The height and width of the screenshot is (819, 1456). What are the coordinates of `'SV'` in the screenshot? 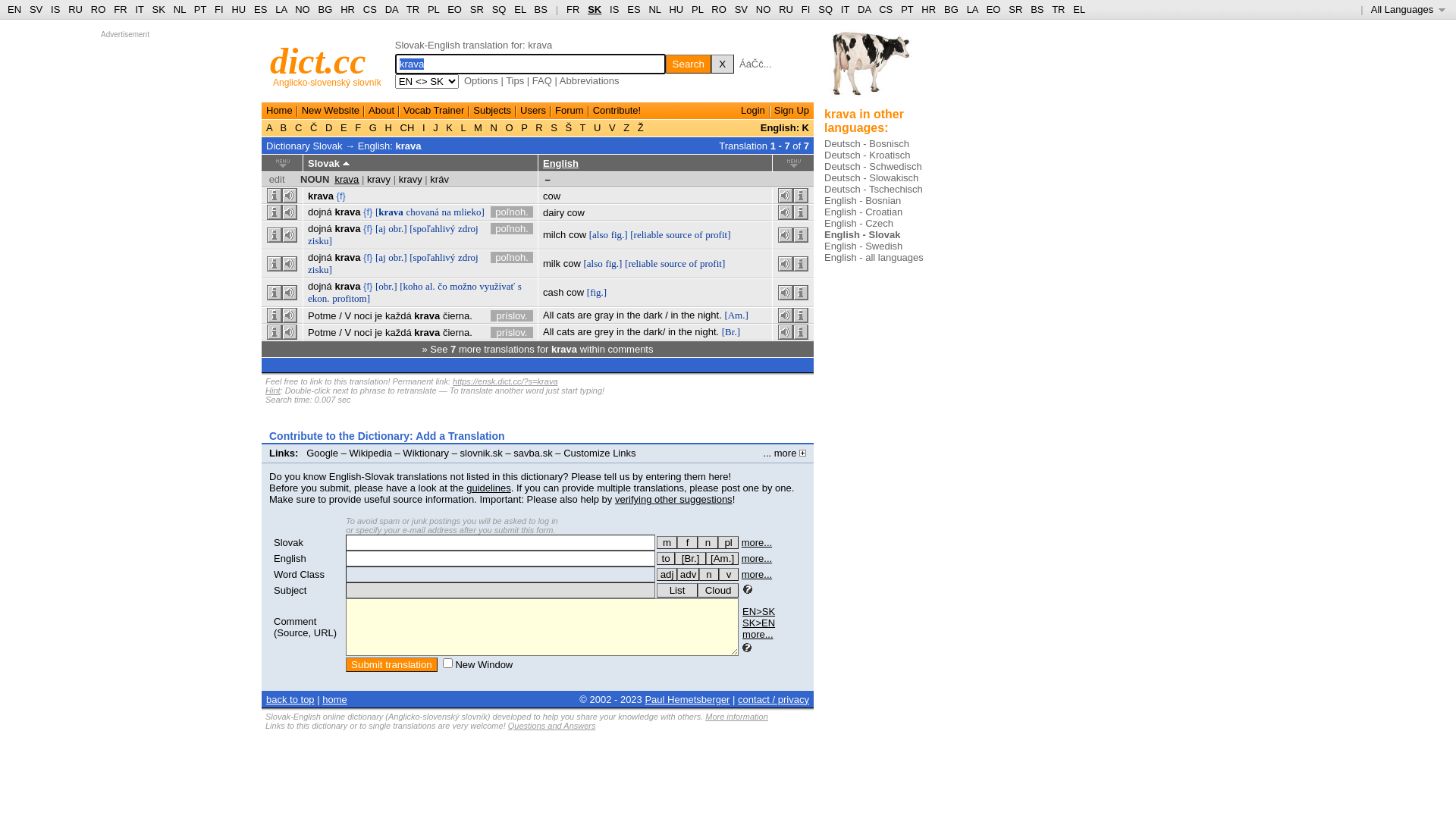 It's located at (29, 9).